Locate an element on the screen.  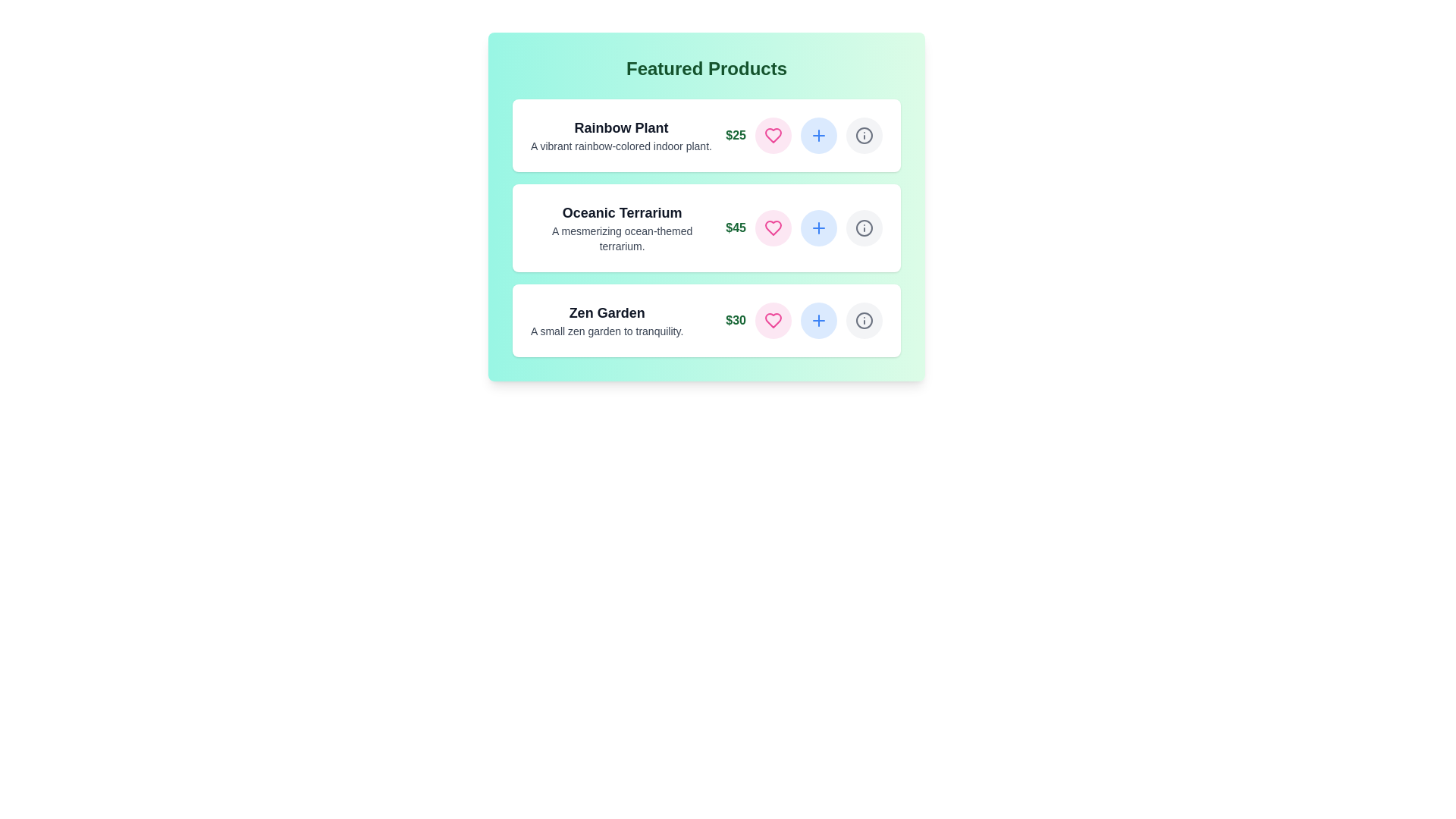
heart button to favorite the product Rainbow Plant is located at coordinates (773, 134).